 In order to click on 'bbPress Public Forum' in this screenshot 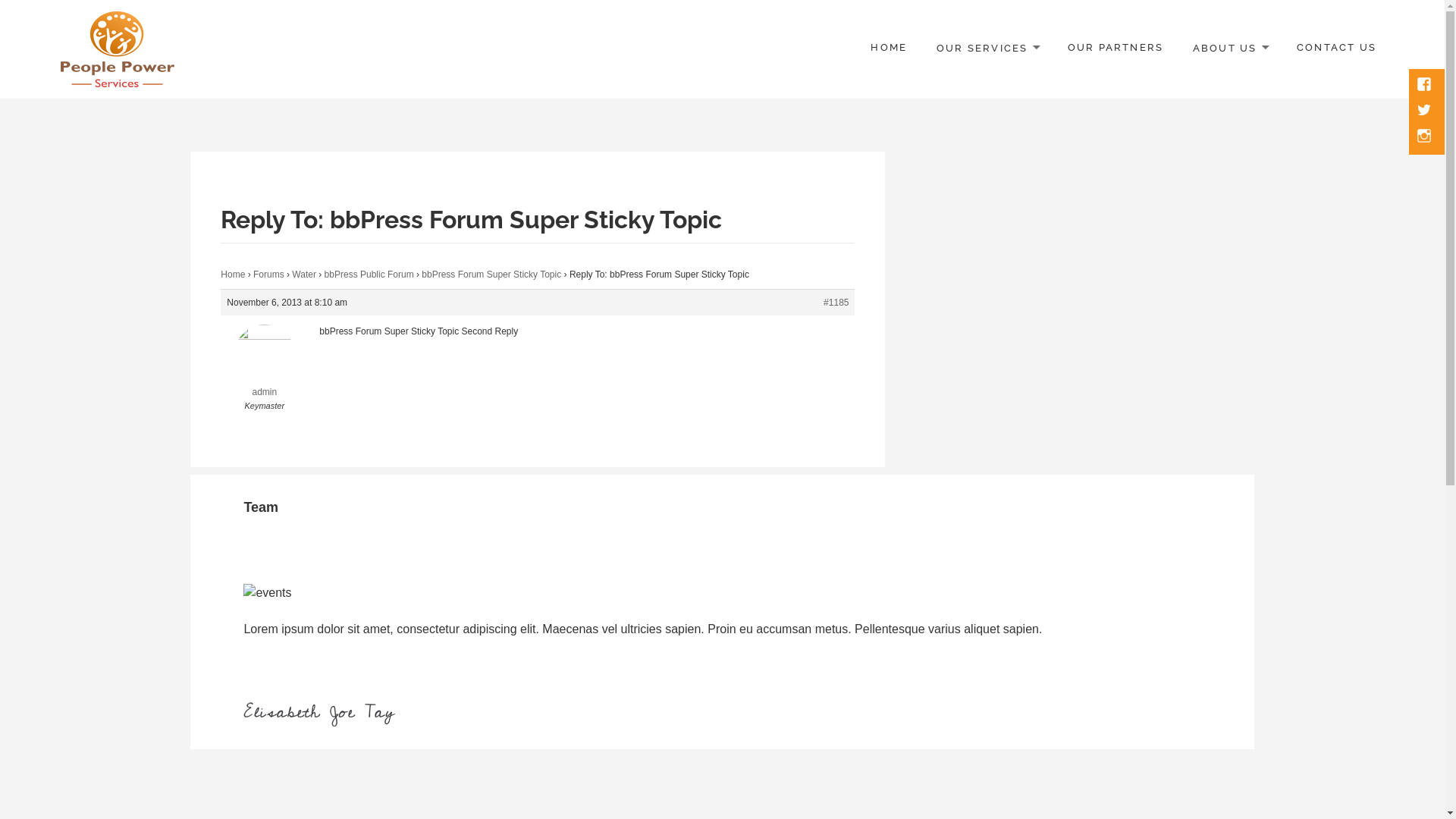, I will do `click(369, 275)`.